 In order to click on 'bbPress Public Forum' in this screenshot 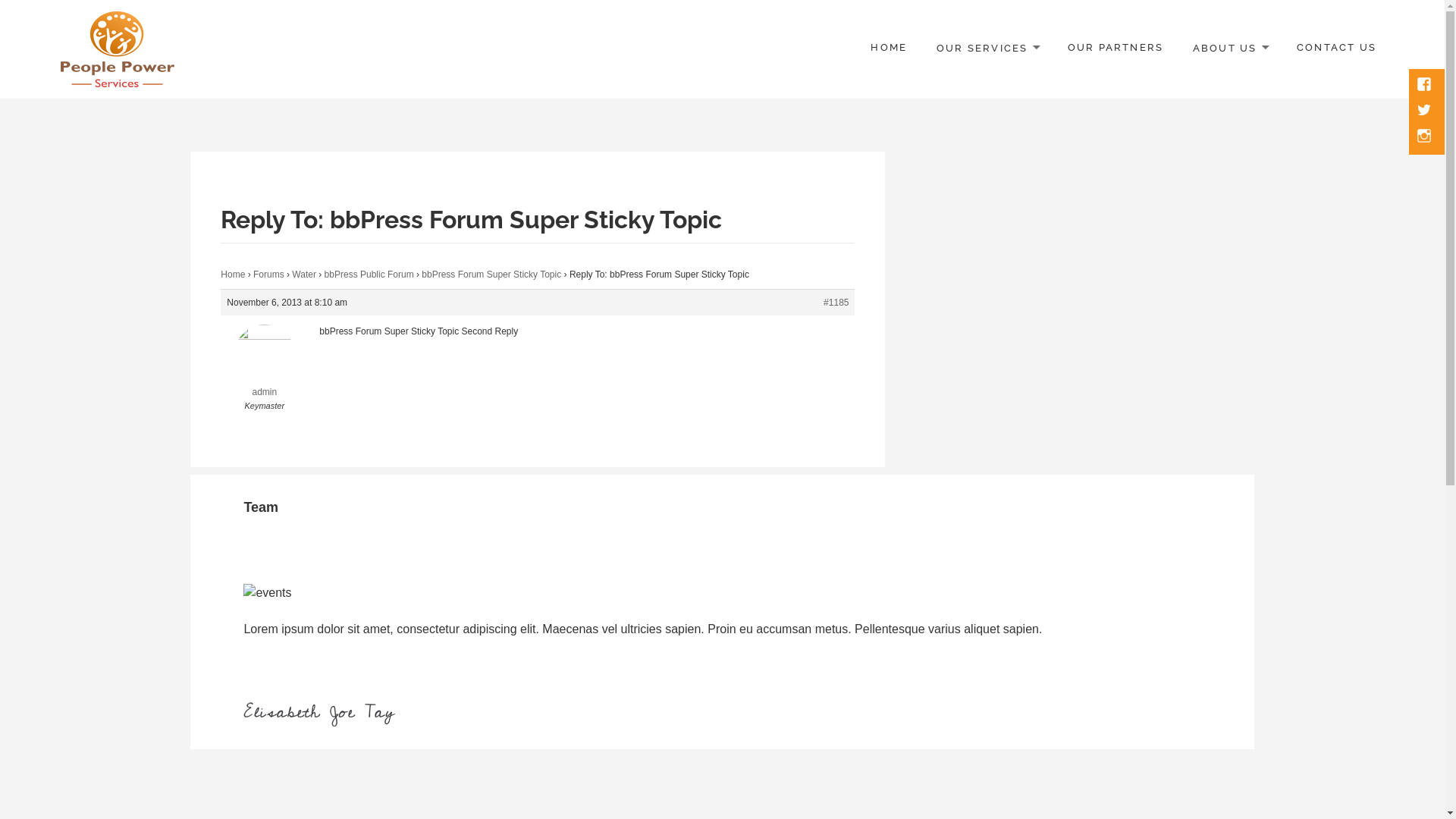, I will do `click(369, 275)`.